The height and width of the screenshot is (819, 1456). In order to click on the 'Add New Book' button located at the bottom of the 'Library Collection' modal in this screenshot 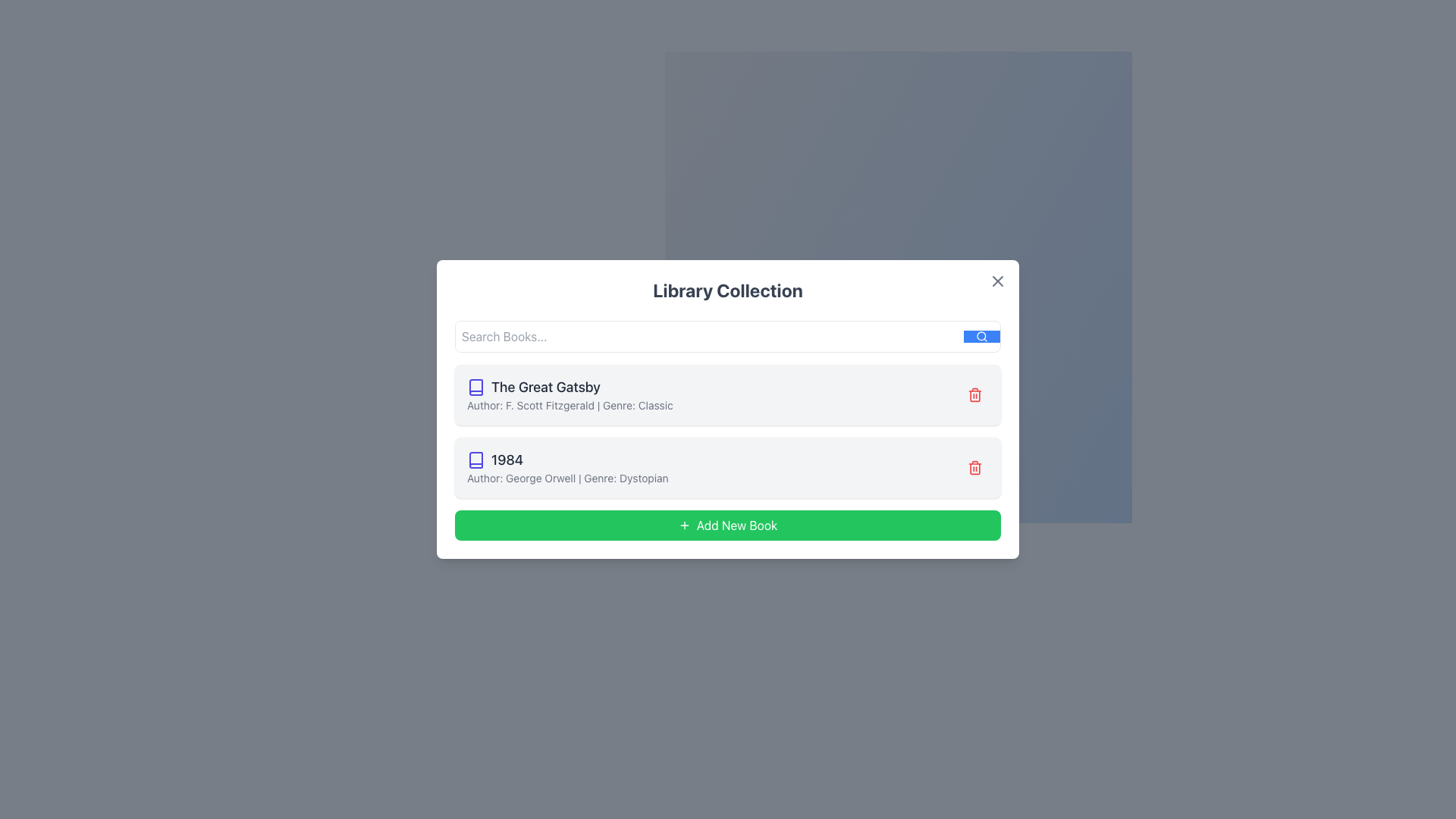, I will do `click(728, 525)`.